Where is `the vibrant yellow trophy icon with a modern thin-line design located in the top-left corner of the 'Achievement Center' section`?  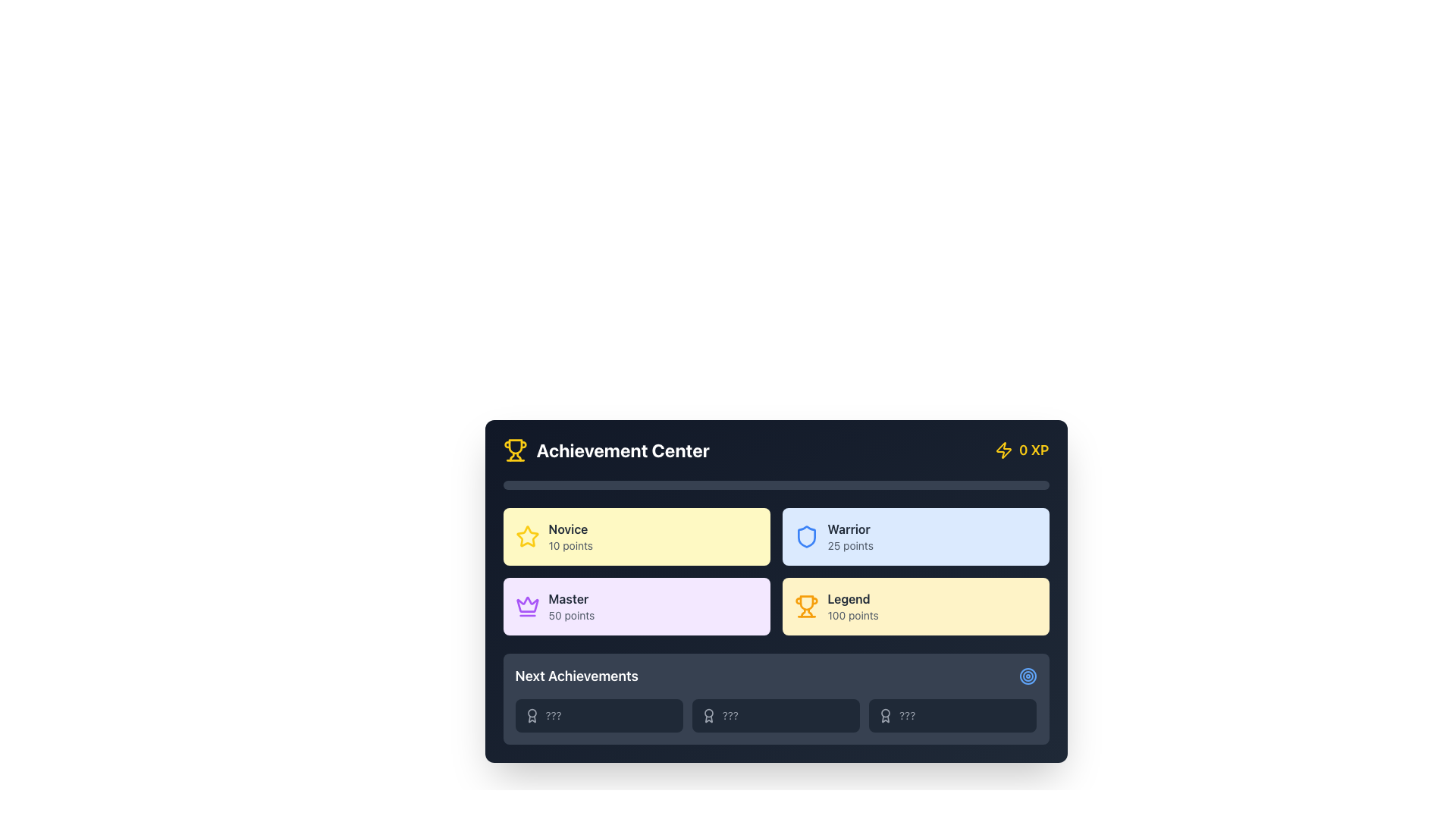
the vibrant yellow trophy icon with a modern thin-line design located in the top-left corner of the 'Achievement Center' section is located at coordinates (515, 450).